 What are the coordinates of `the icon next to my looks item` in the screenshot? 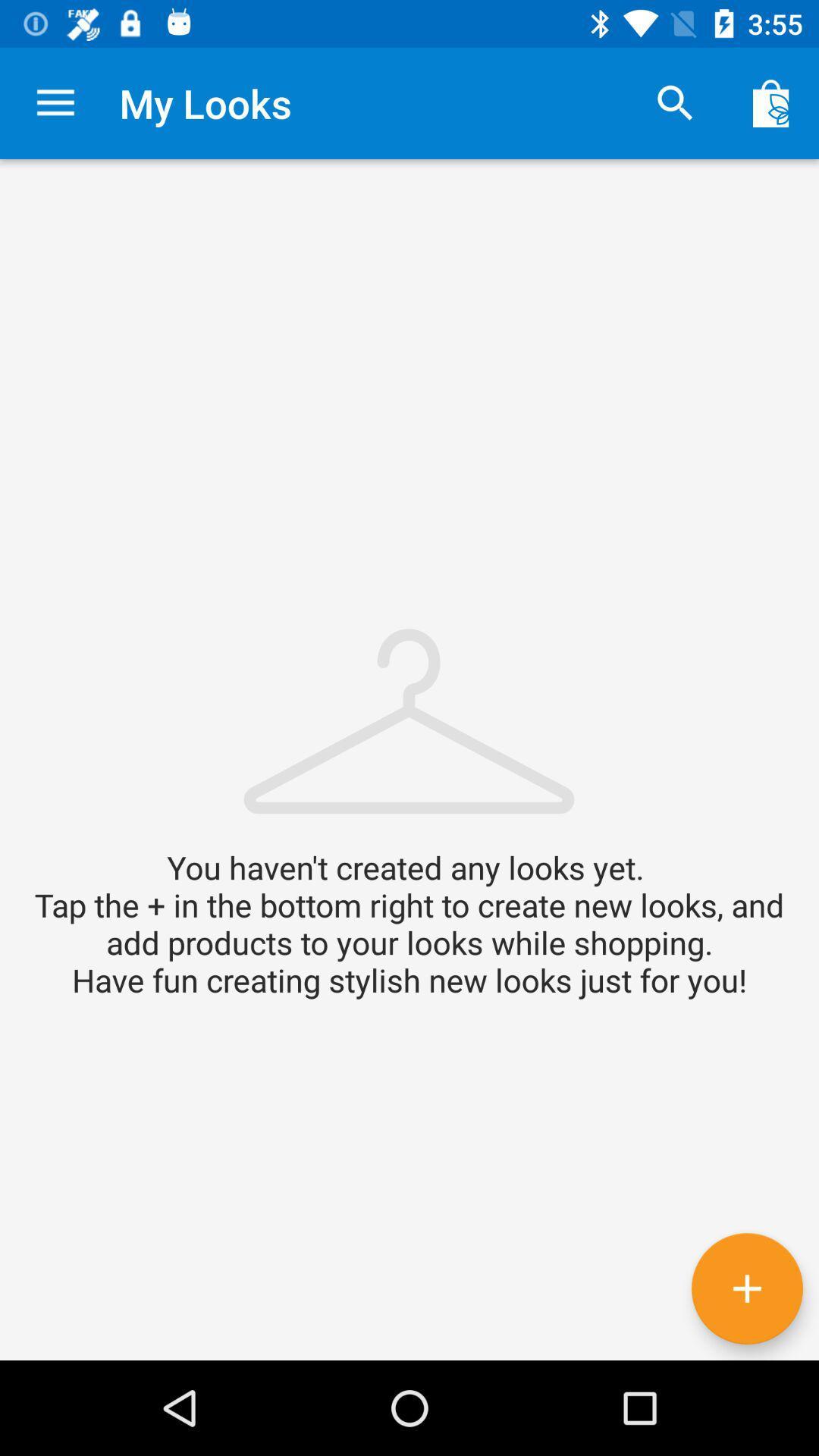 It's located at (675, 102).